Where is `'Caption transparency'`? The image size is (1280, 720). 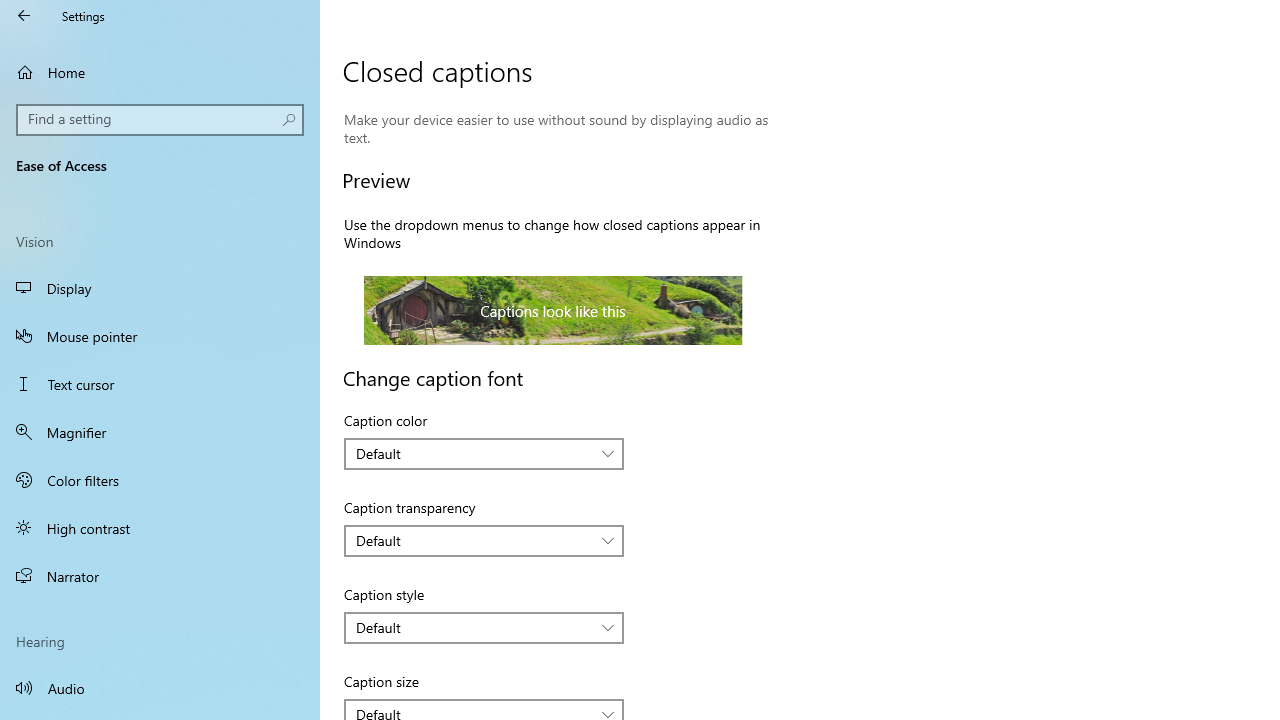 'Caption transparency' is located at coordinates (484, 541).